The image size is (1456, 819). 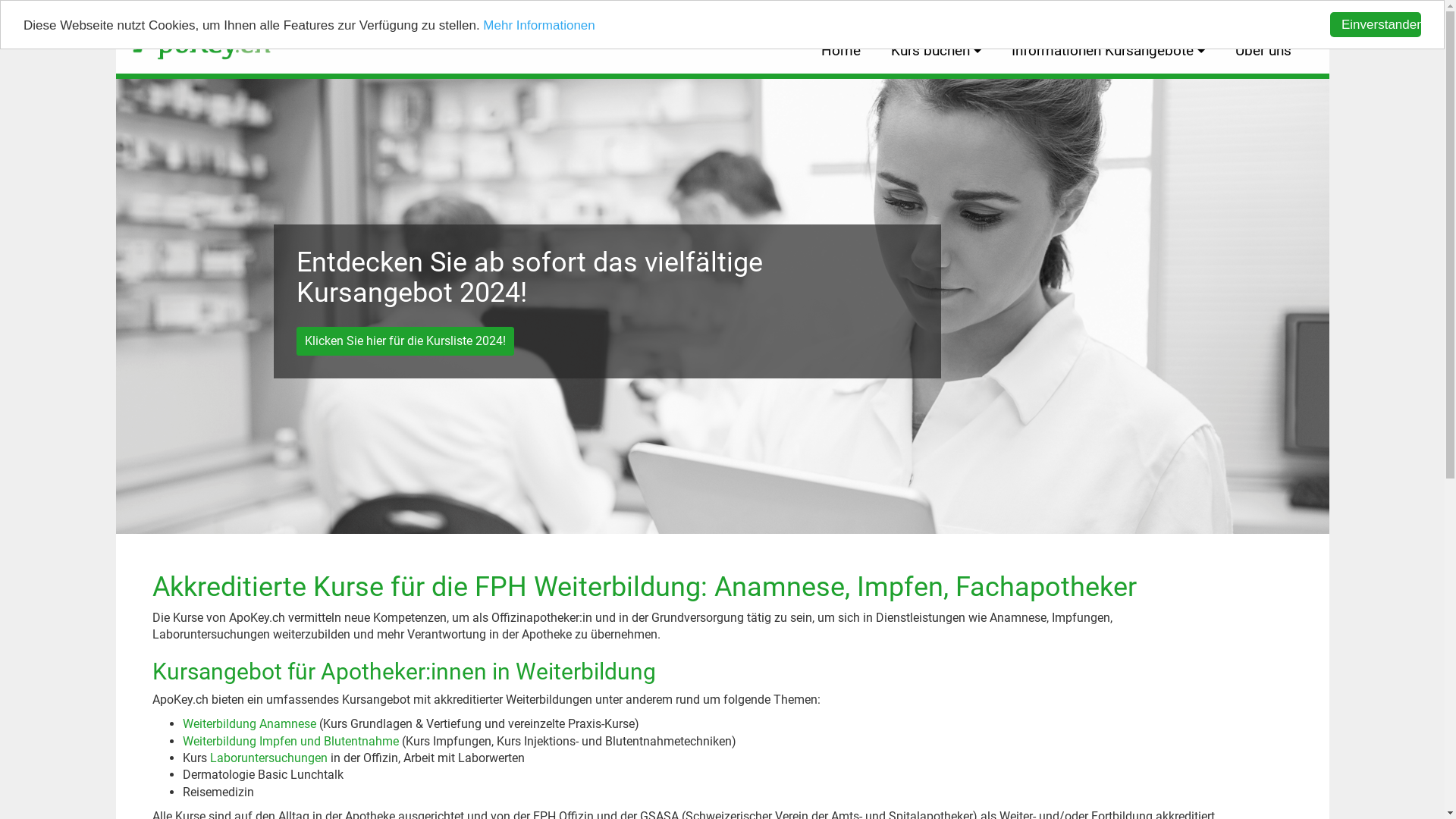 I want to click on 'Laboruntersuchungen', so click(x=268, y=758).